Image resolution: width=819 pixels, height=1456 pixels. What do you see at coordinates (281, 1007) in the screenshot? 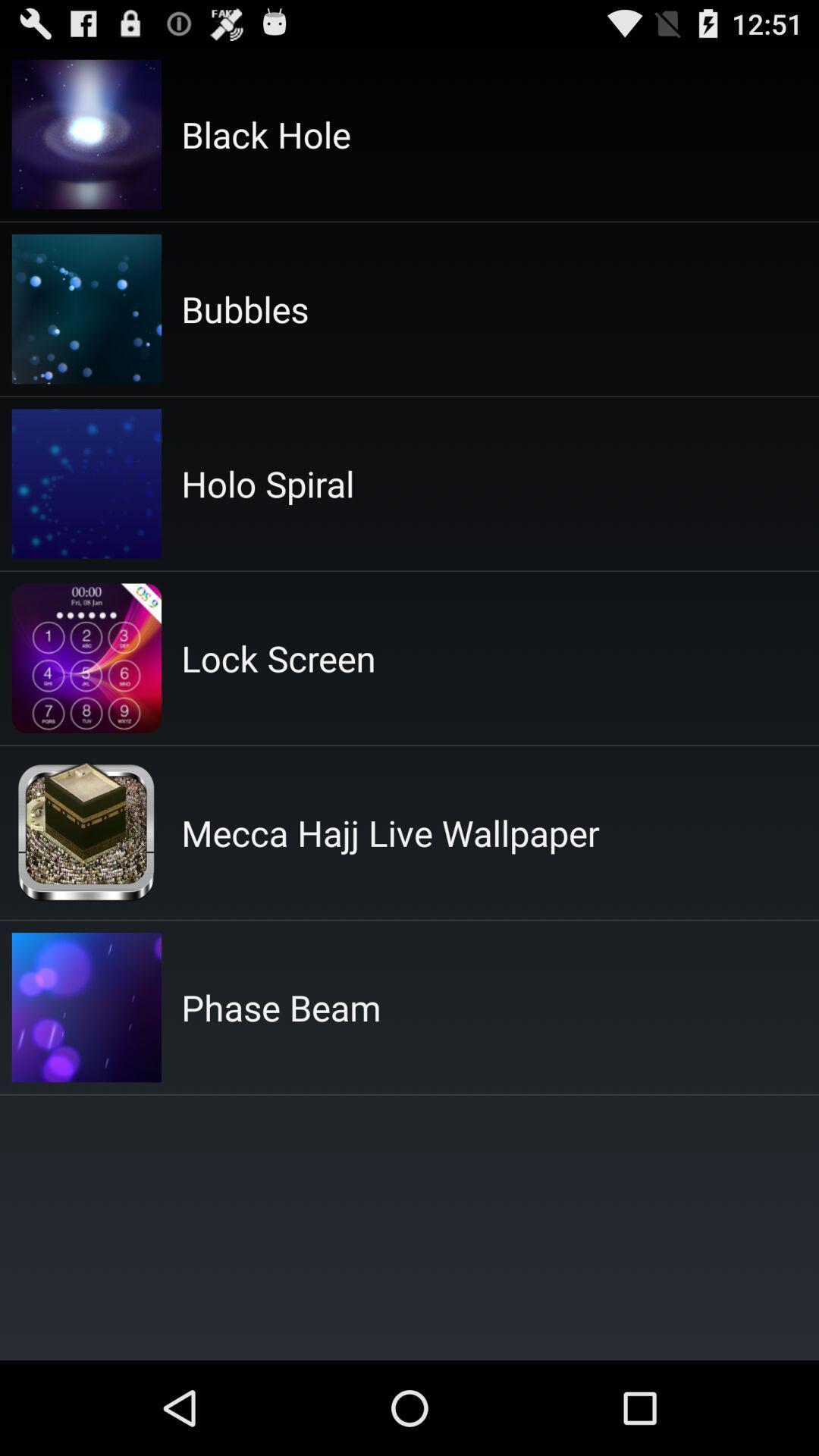
I see `phase beam` at bounding box center [281, 1007].